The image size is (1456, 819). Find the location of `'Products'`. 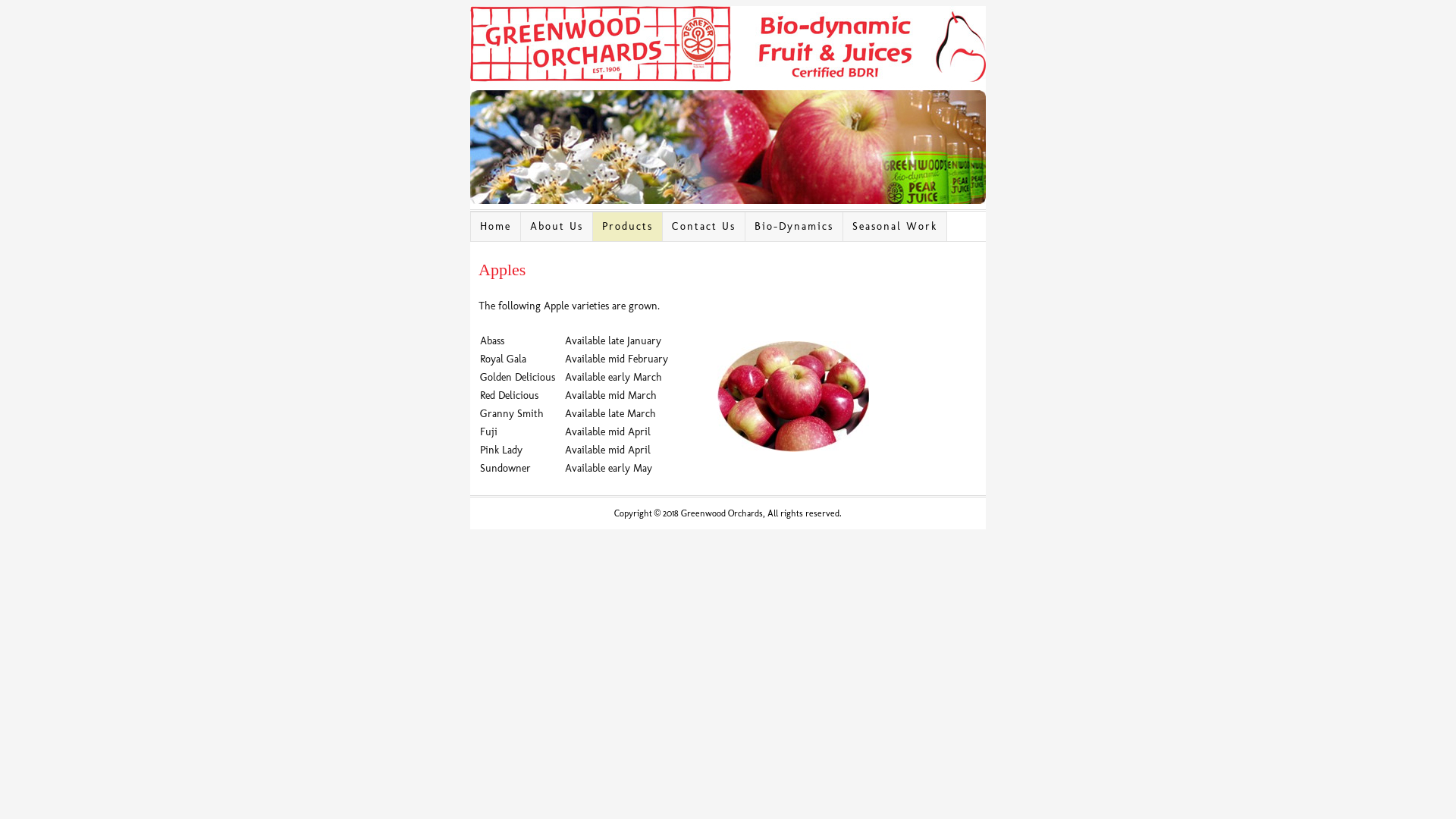

'Products' is located at coordinates (628, 227).